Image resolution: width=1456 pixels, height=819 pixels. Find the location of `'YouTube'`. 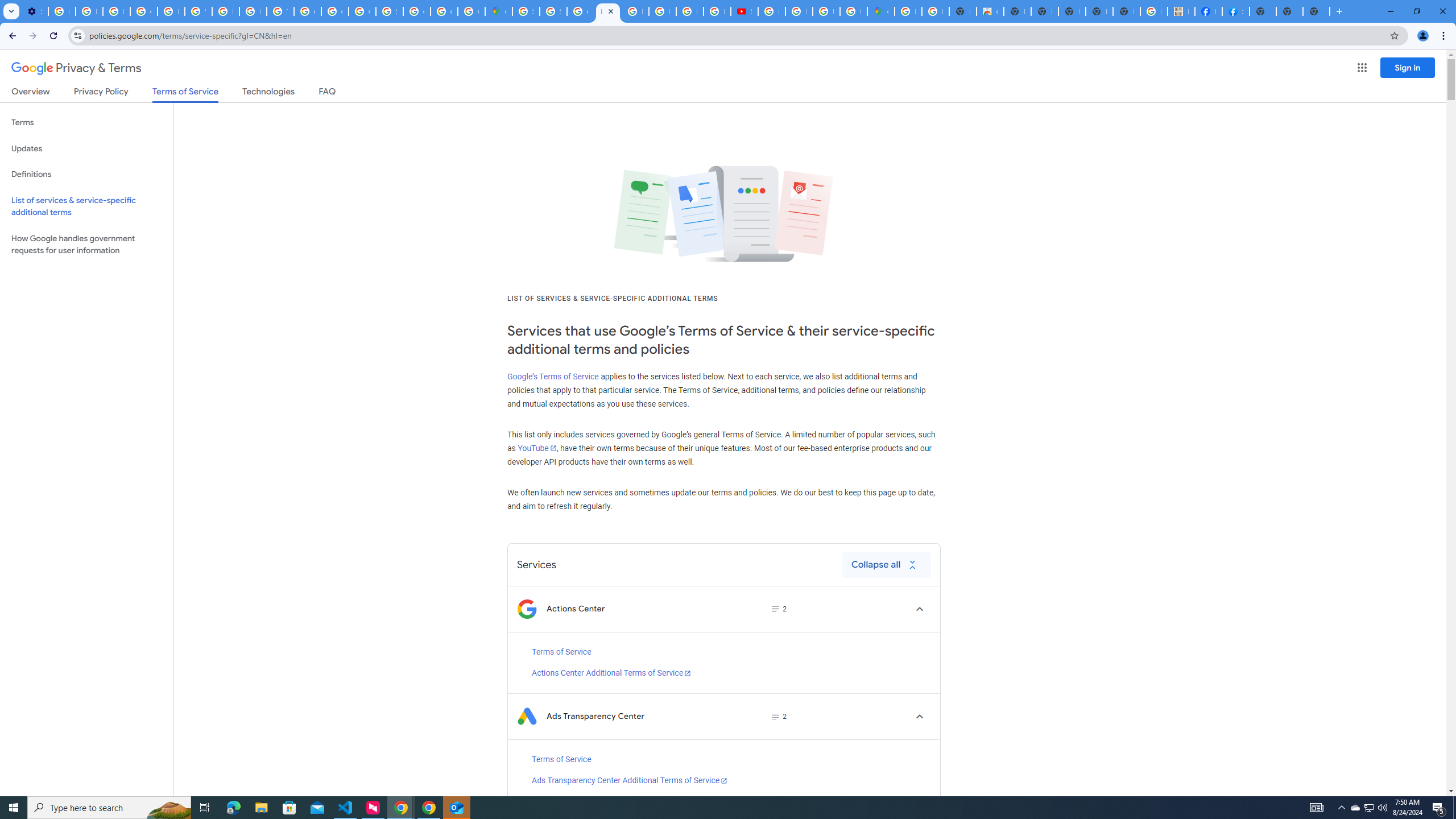

'YouTube' is located at coordinates (536, 447).